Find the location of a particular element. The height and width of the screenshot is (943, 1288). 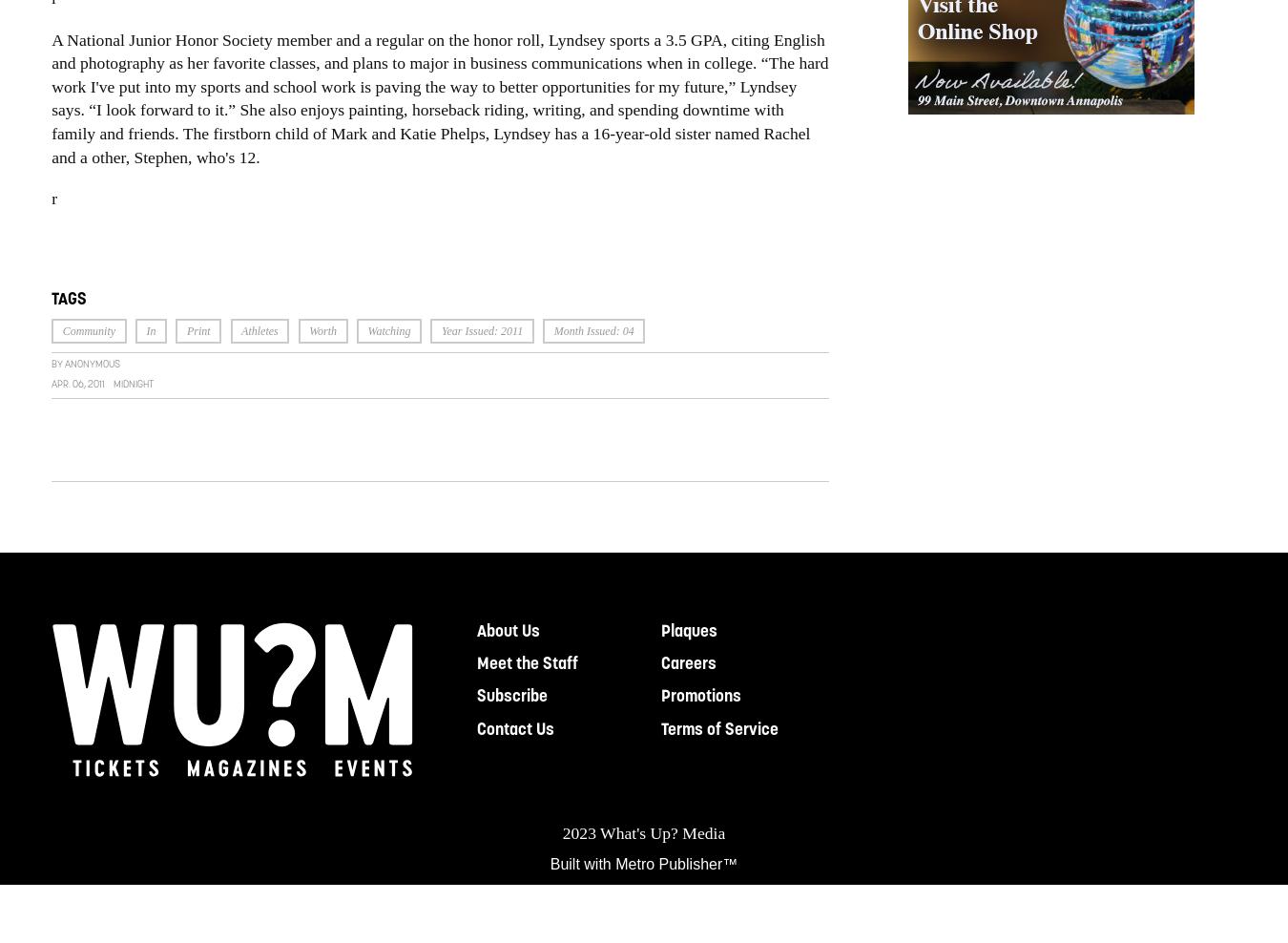

'Anonymous' is located at coordinates (92, 362).